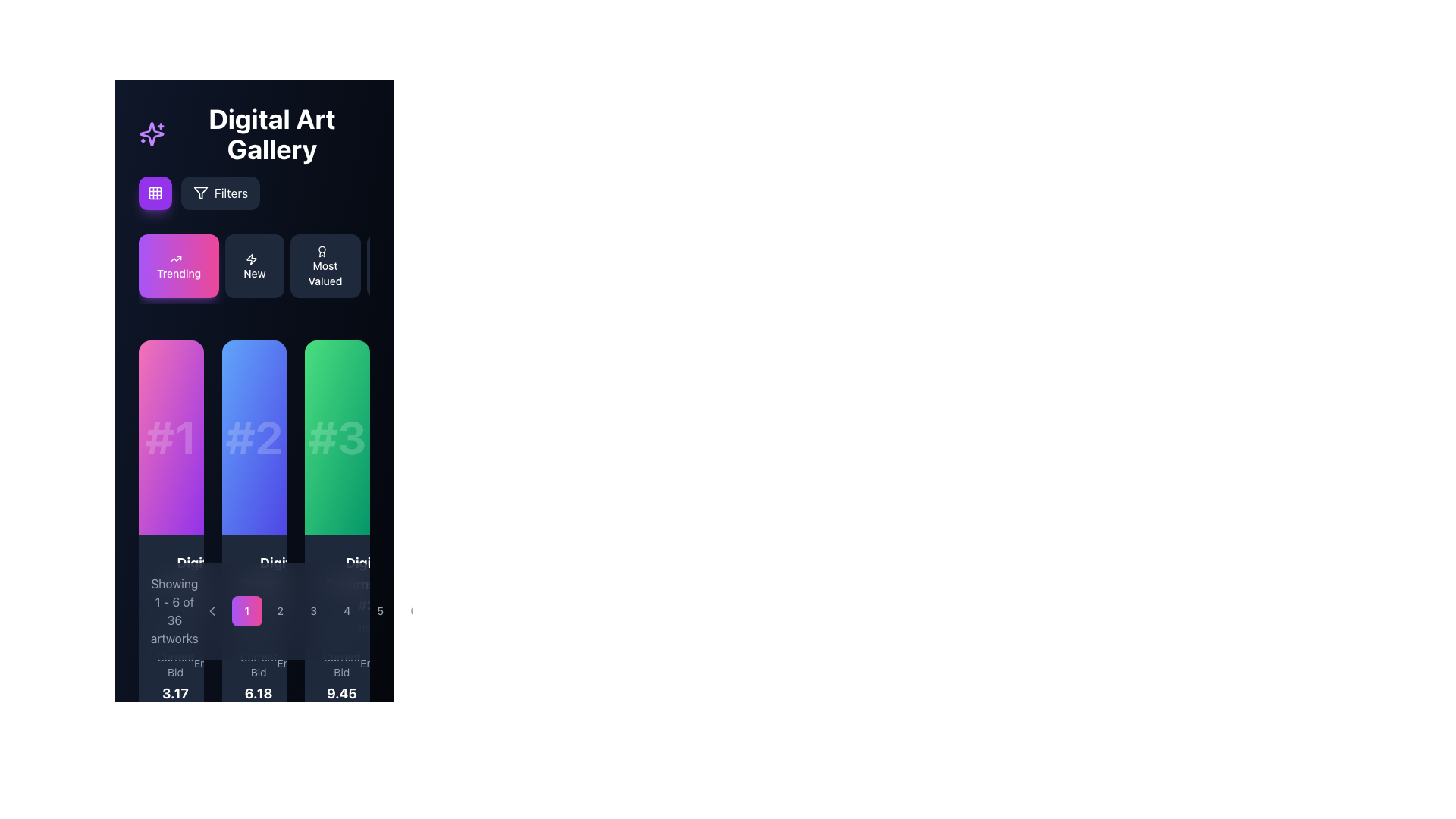 The height and width of the screenshot is (819, 1456). What do you see at coordinates (179, 265) in the screenshot?
I see `the 'Trending' button, which is a rectangular button with rounded corners and a gradient background from purple to pink, containing white text and an upward trending line icon on the left` at bounding box center [179, 265].